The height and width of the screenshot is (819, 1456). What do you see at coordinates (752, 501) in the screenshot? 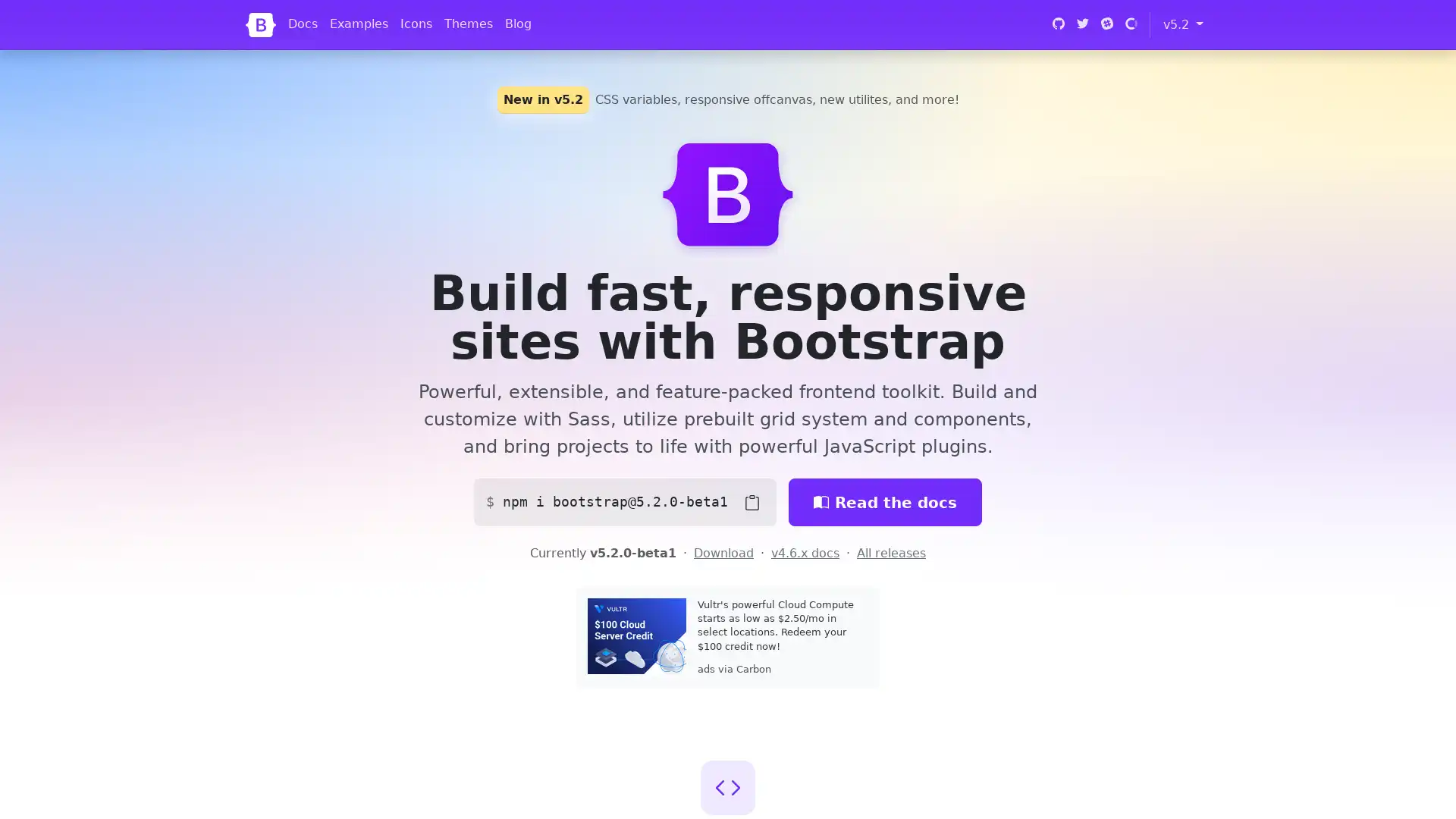
I see `Copy` at bounding box center [752, 501].